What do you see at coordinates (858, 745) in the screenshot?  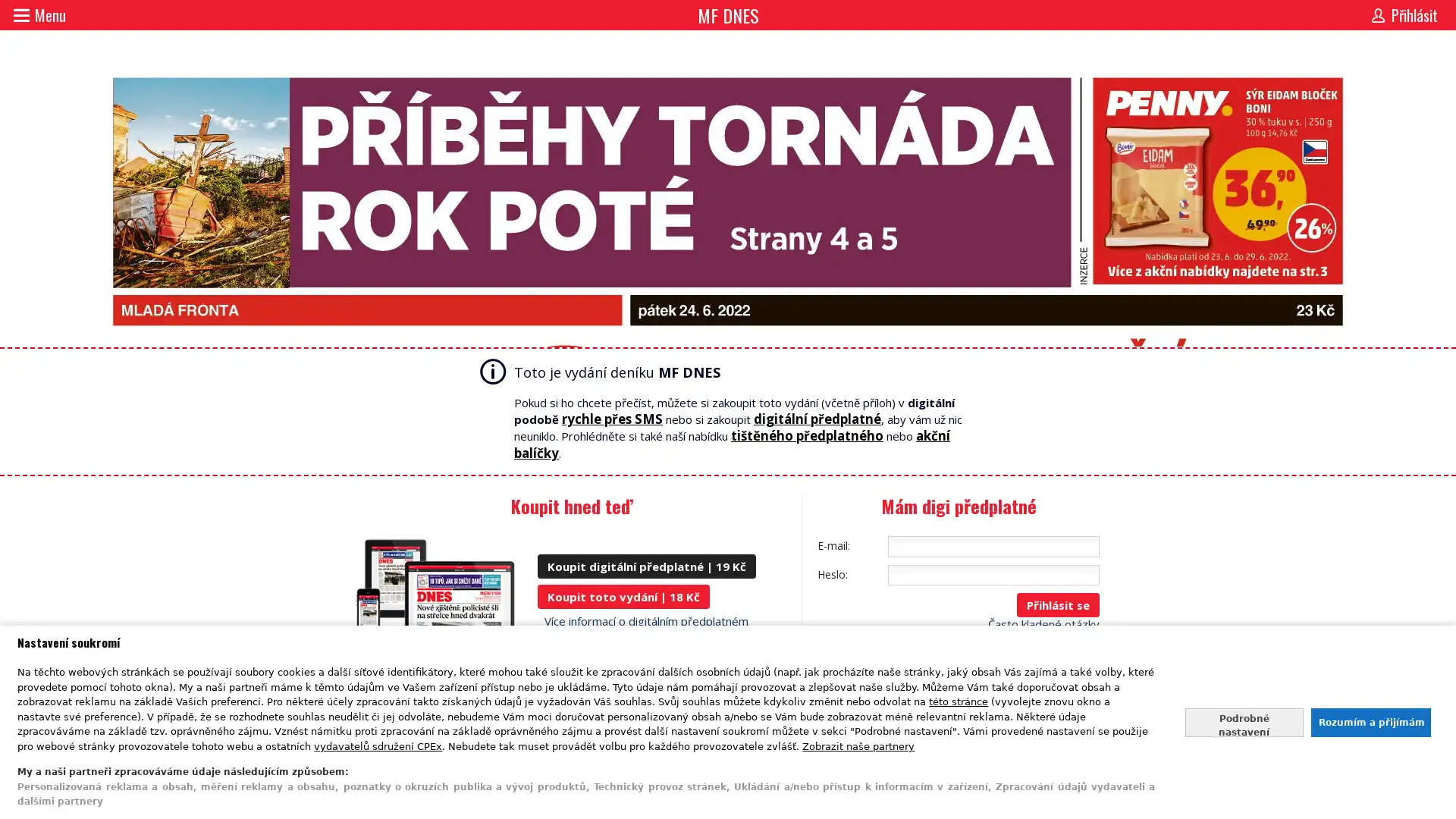 I see `Zobrazit nase partnery` at bounding box center [858, 745].